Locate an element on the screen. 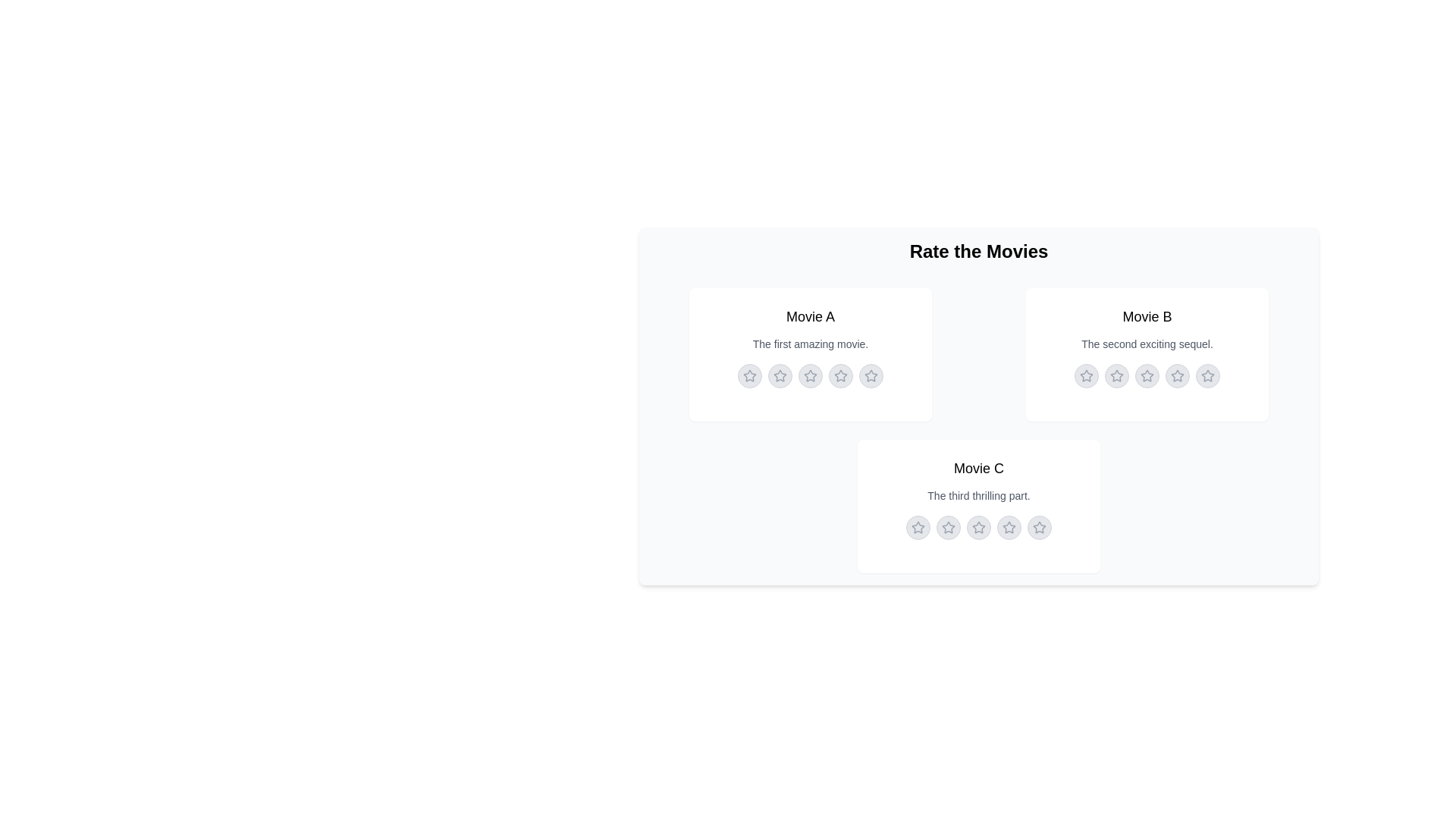  the first button in the horizontal row directly under the text 'Movie B' to register a rating action is located at coordinates (1086, 375).